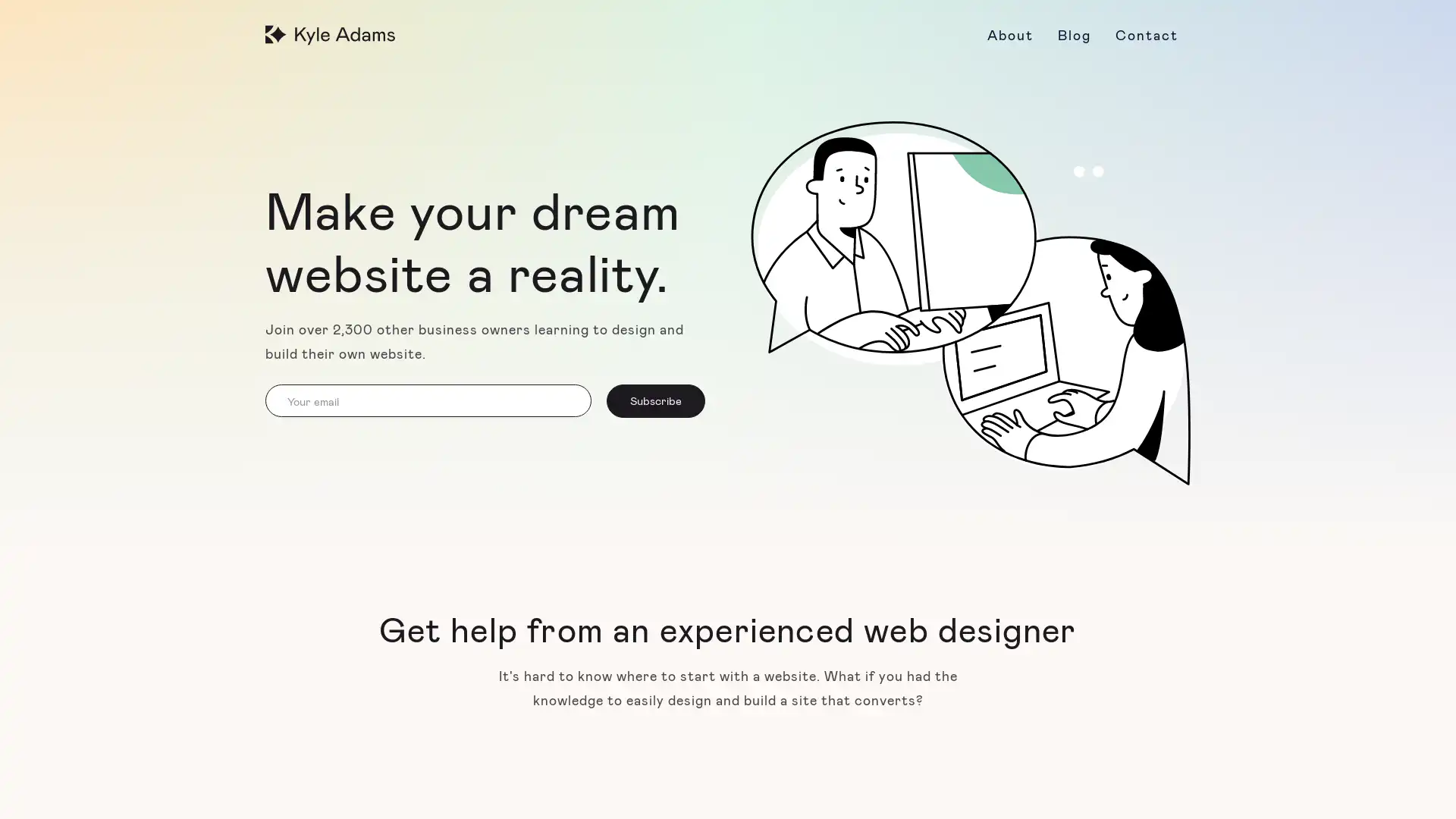  I want to click on Subscribe, so click(655, 400).